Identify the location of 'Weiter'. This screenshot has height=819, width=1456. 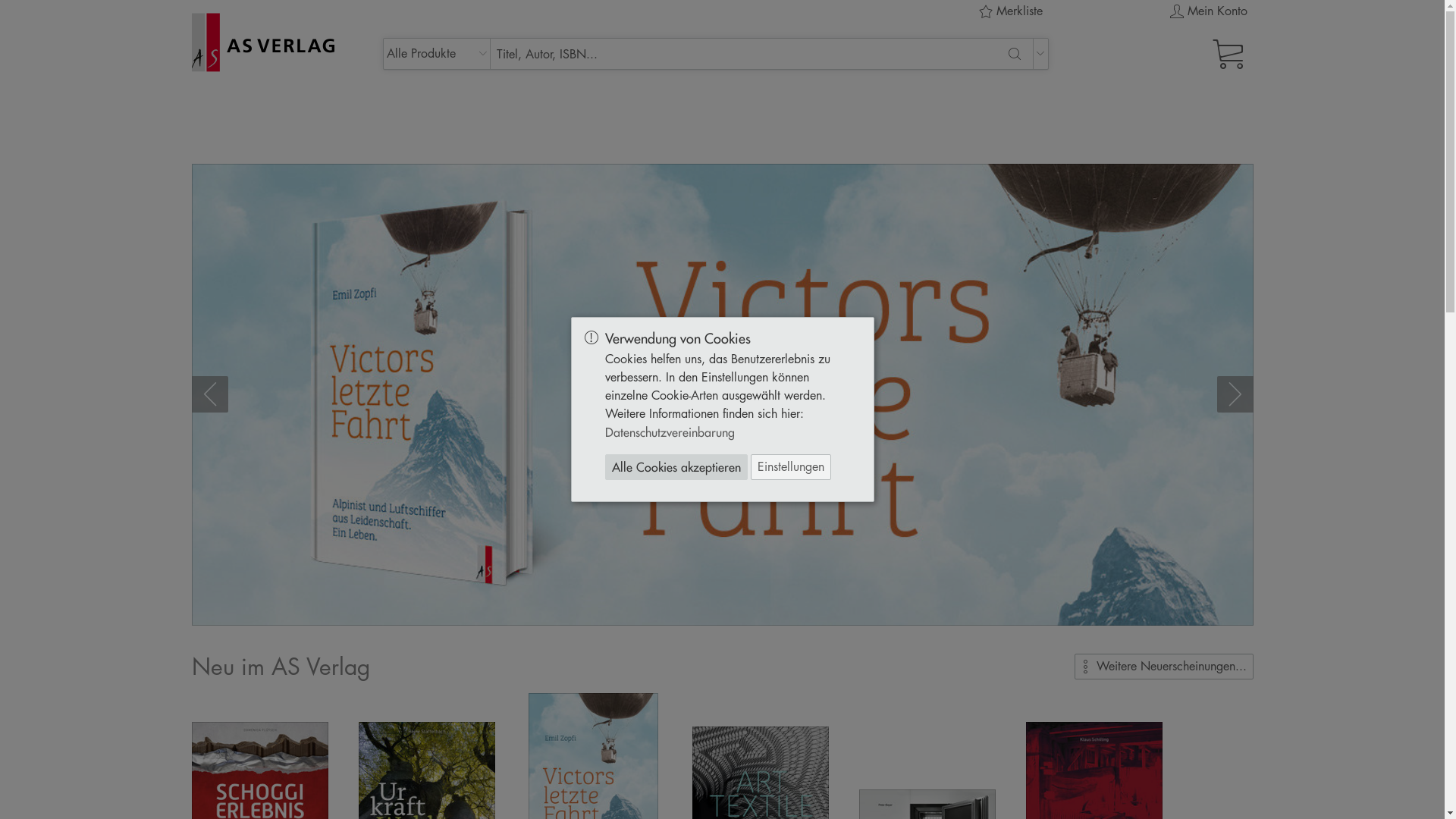
(1234, 394).